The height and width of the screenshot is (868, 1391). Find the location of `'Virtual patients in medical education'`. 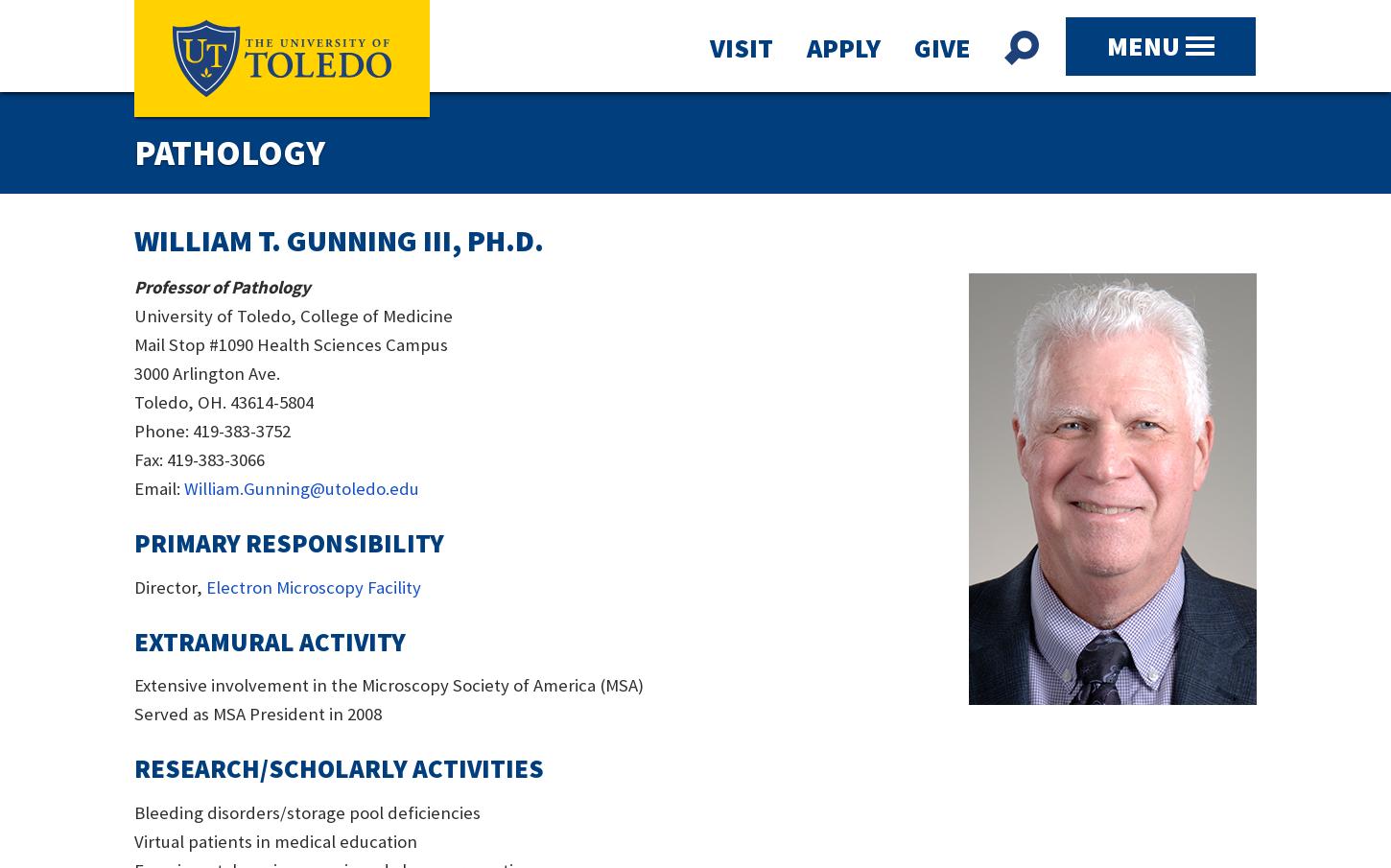

'Virtual patients in medical education' is located at coordinates (275, 840).